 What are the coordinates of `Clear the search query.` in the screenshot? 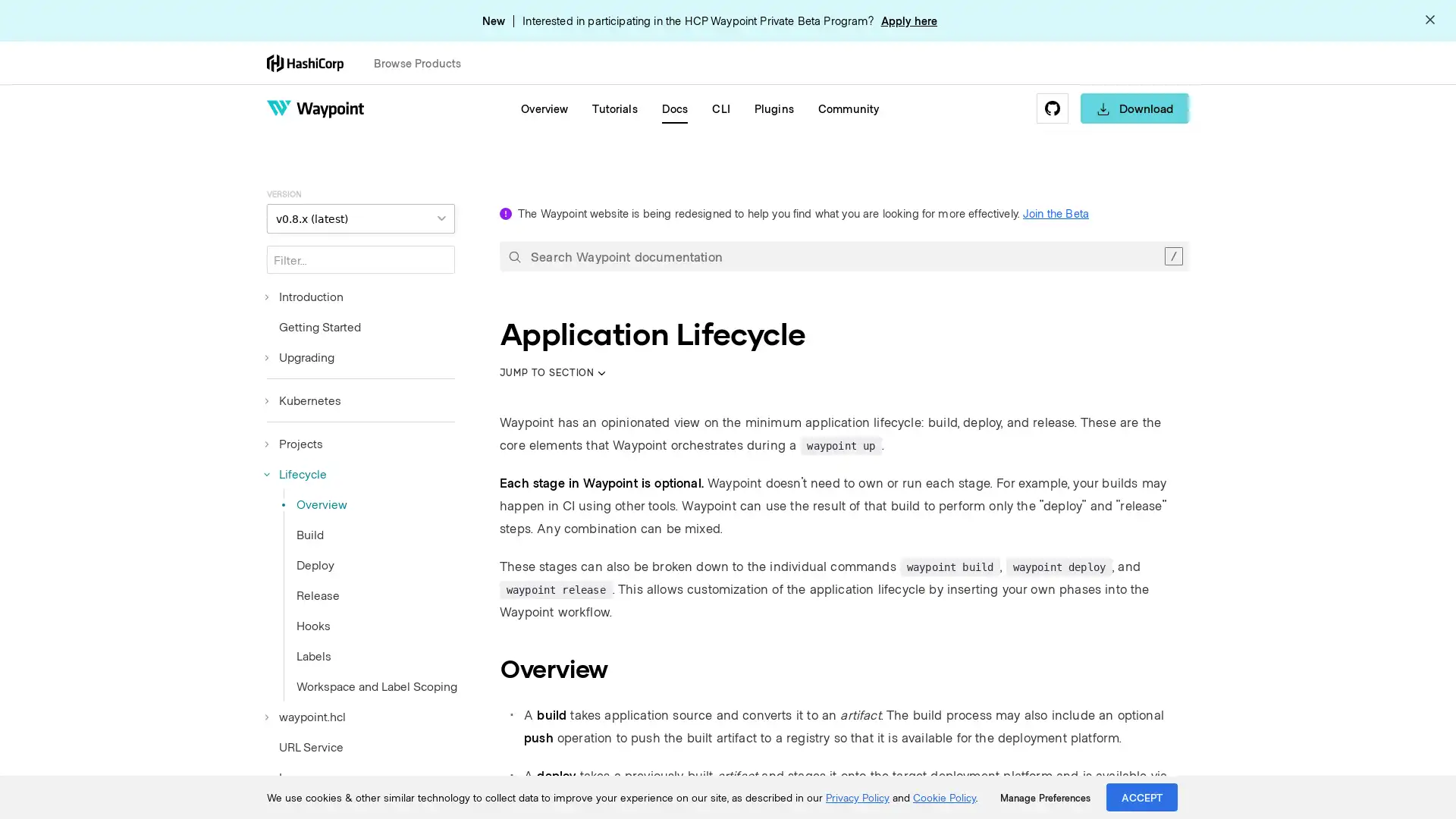 It's located at (1172, 256).